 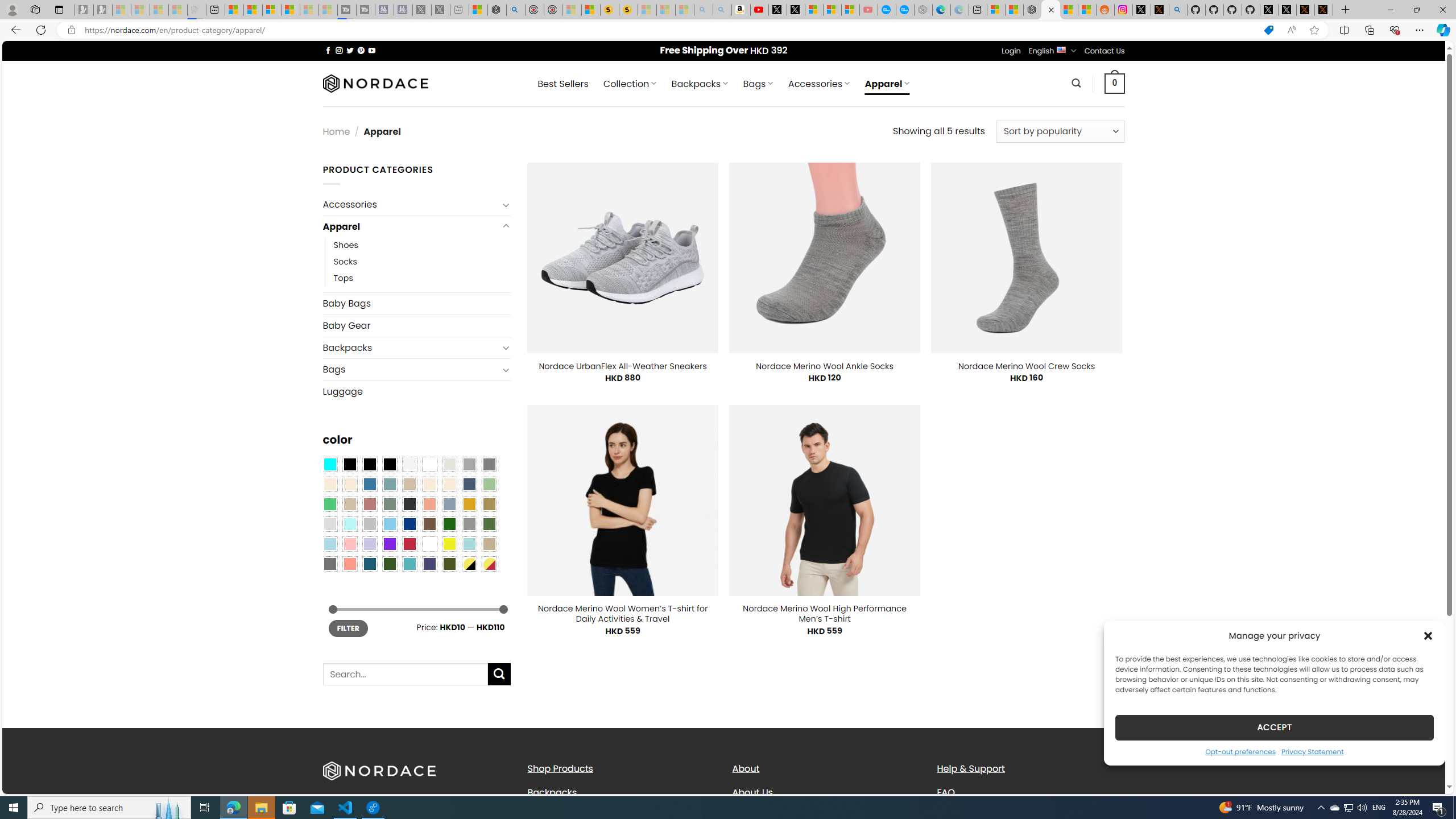 What do you see at coordinates (489, 464) in the screenshot?
I see `'All Gray'` at bounding box center [489, 464].